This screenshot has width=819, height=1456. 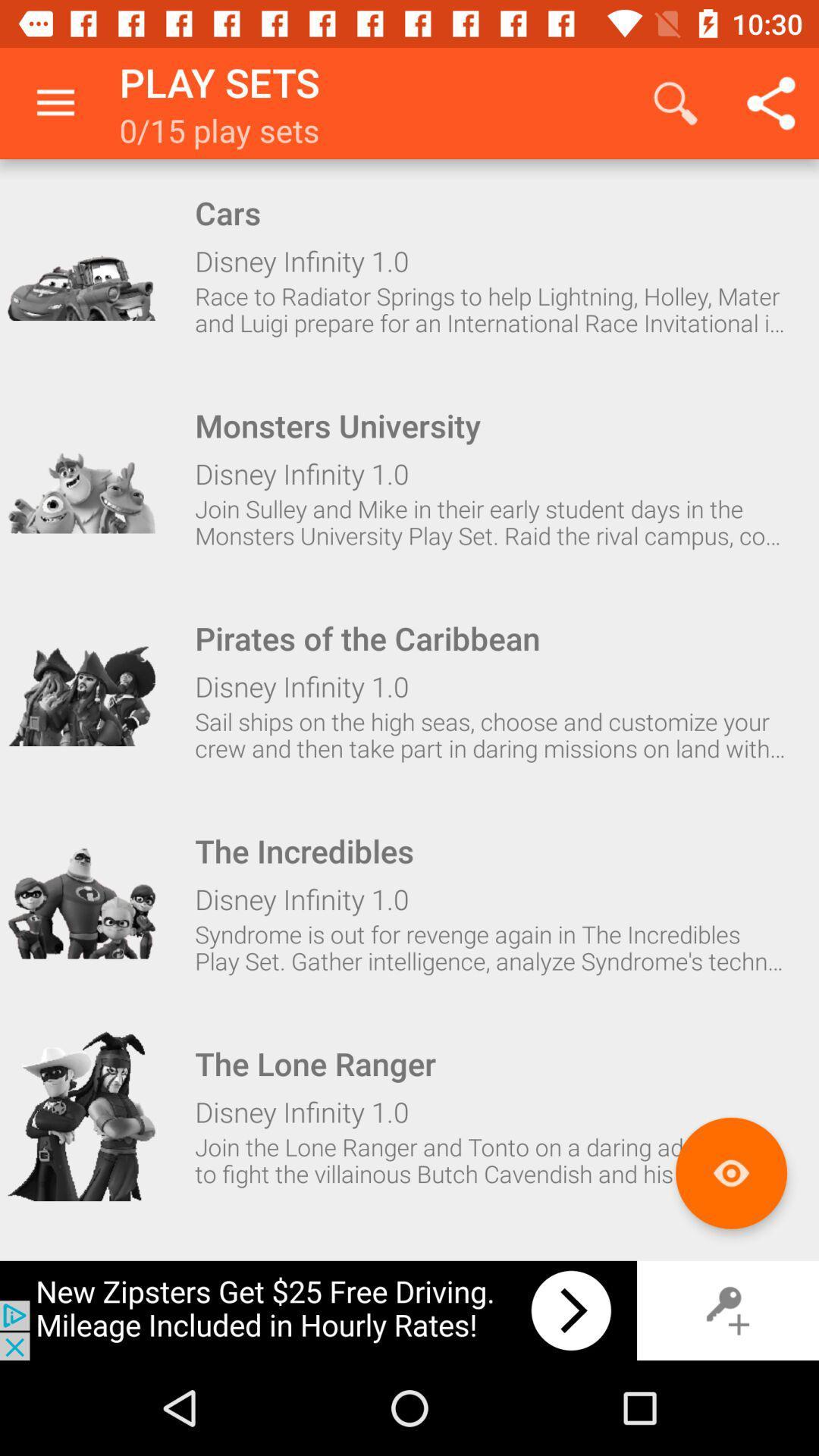 What do you see at coordinates (81, 265) in the screenshot?
I see `this item` at bounding box center [81, 265].